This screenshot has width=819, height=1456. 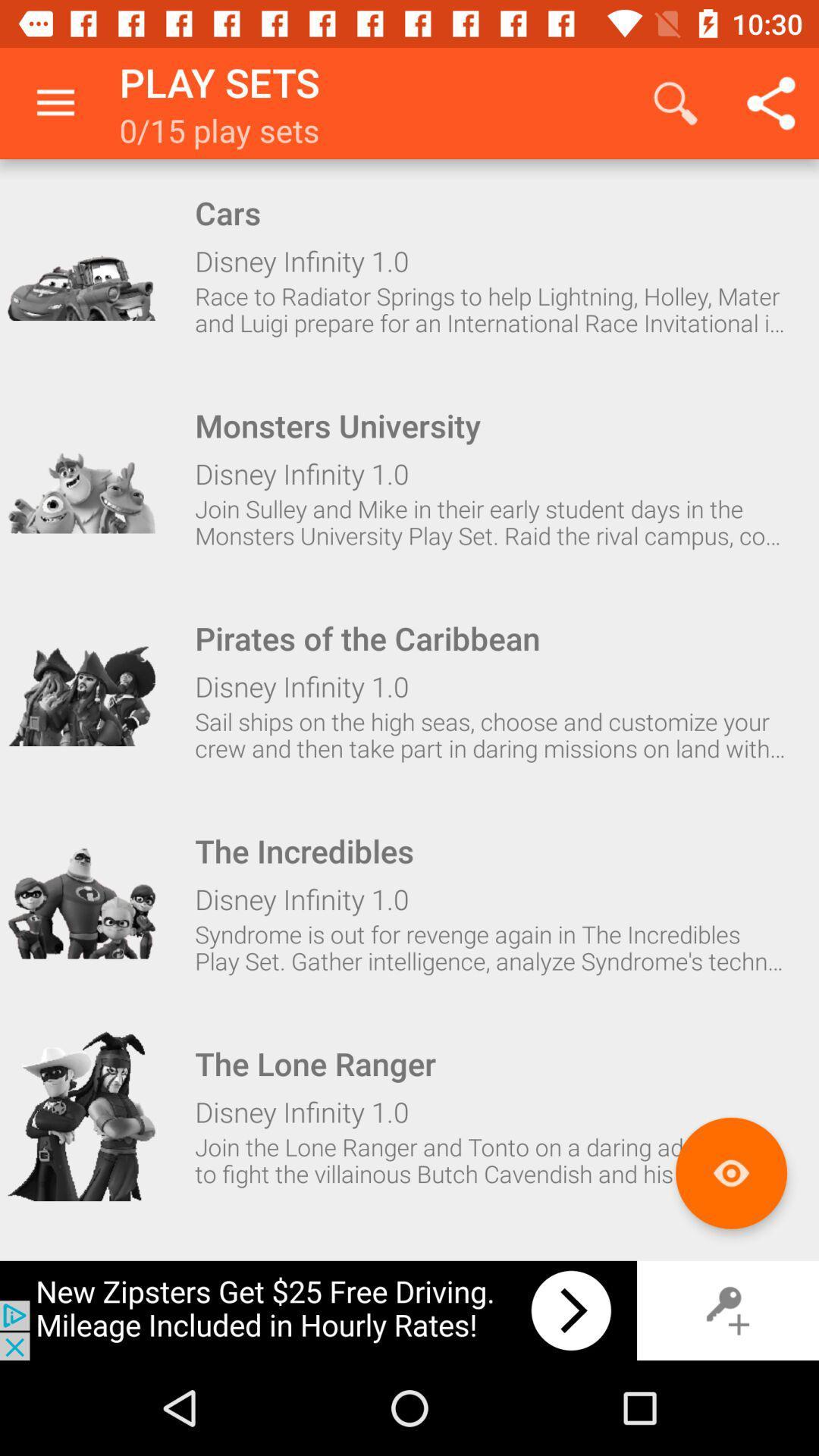 What do you see at coordinates (81, 265) in the screenshot?
I see `this item` at bounding box center [81, 265].